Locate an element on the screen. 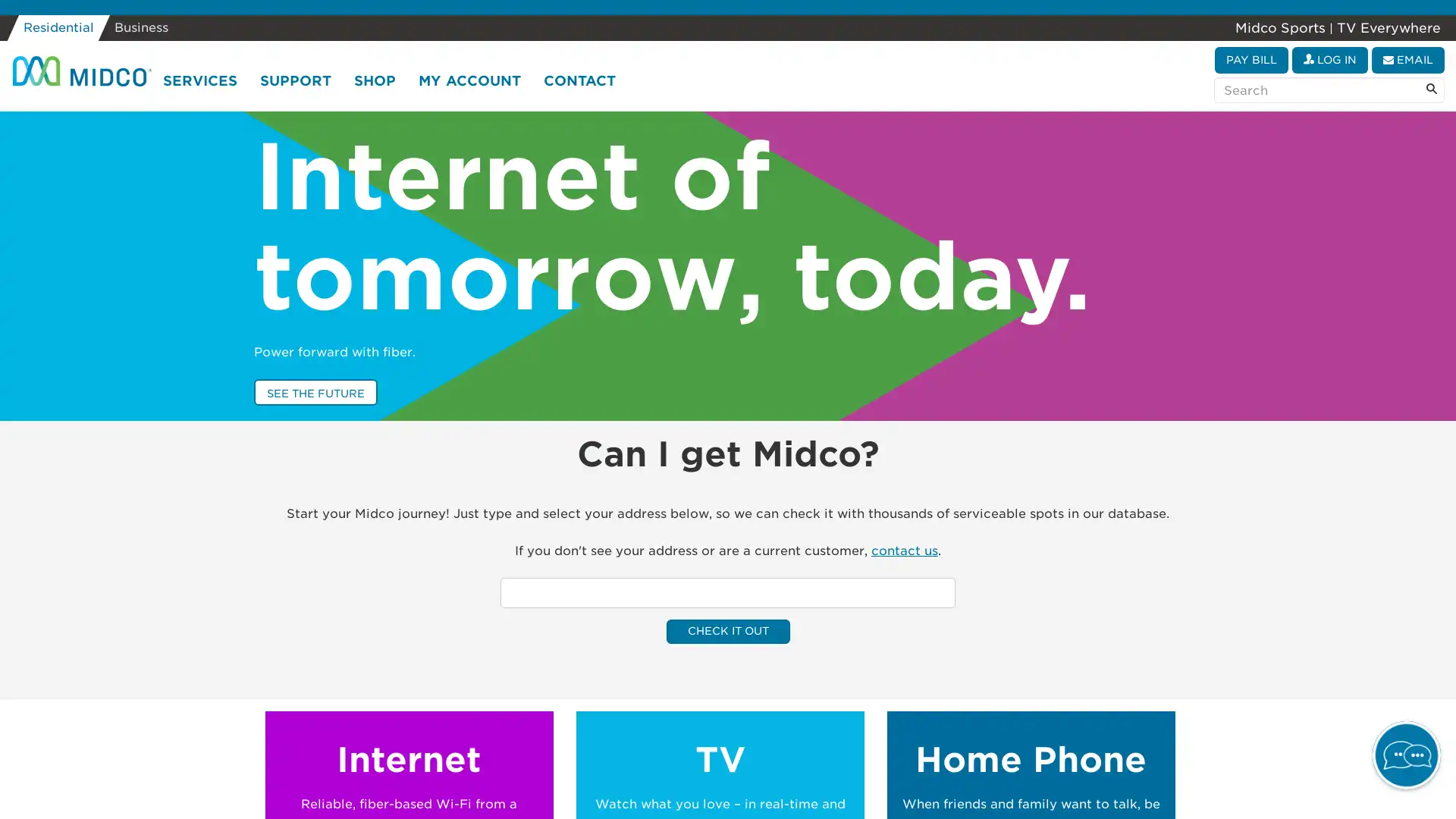 This screenshot has height=819, width=1456. Search is located at coordinates (1430, 89).